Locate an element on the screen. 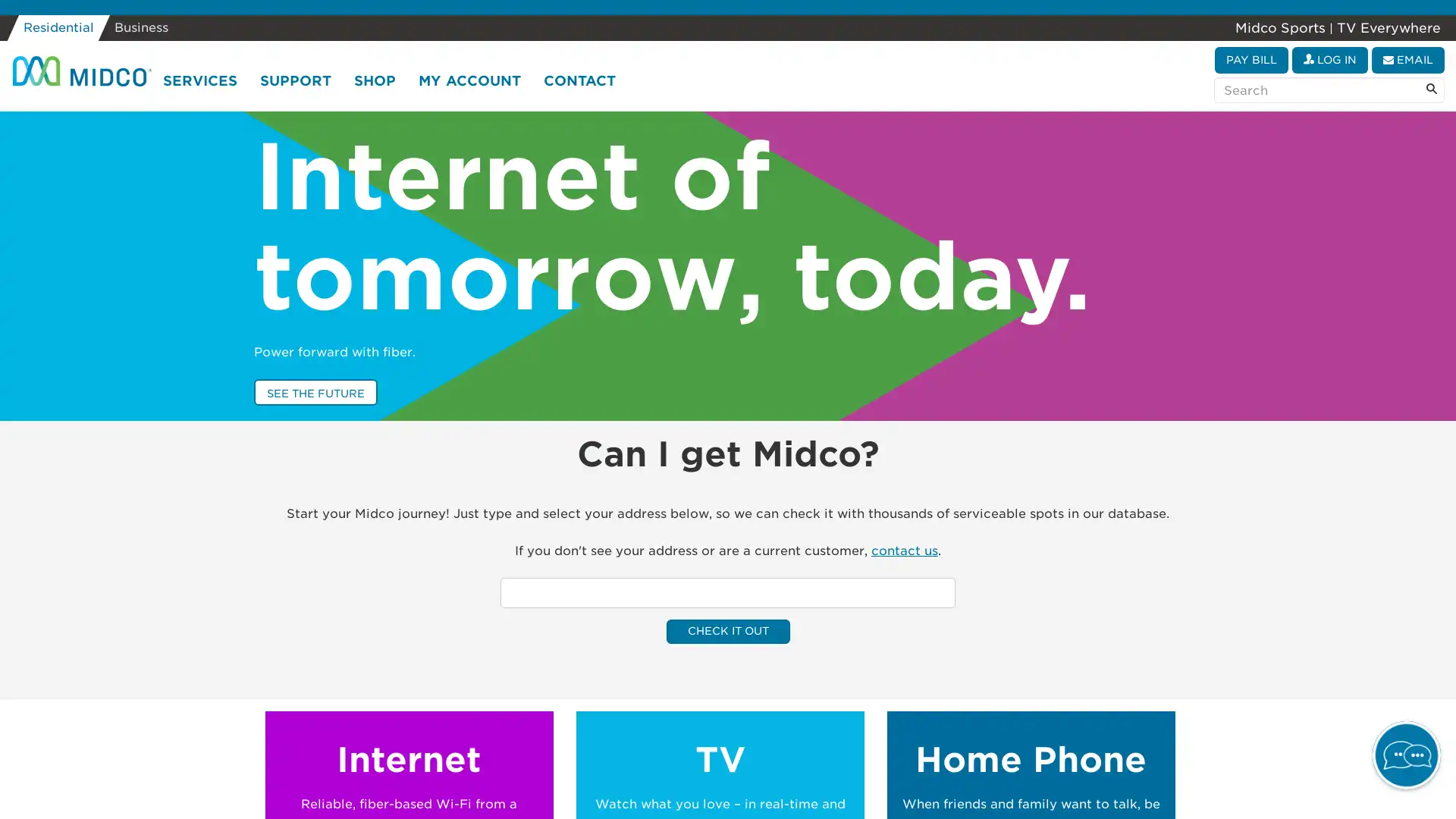 This screenshot has height=819, width=1456. Search is located at coordinates (1430, 89).